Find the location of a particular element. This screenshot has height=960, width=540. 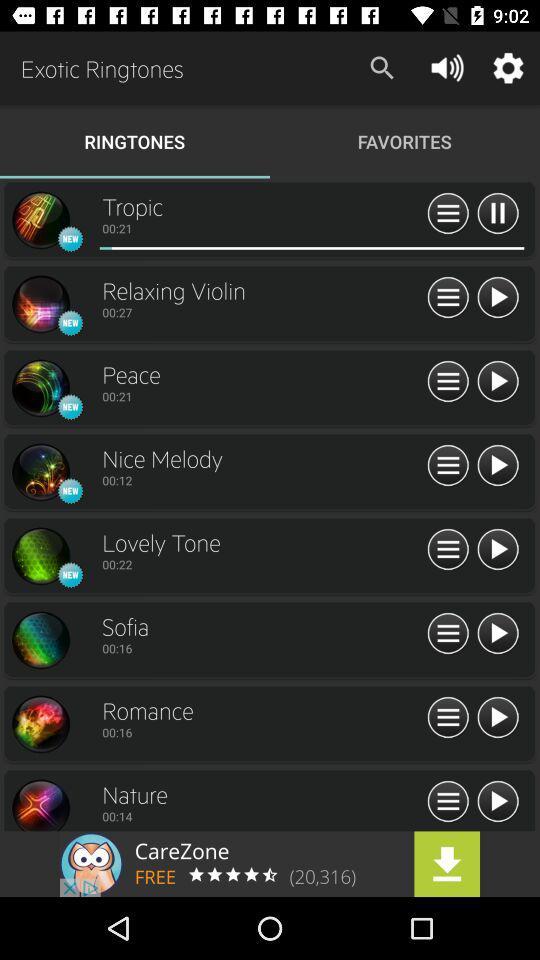

text right to ringtones is located at coordinates (405, 140).